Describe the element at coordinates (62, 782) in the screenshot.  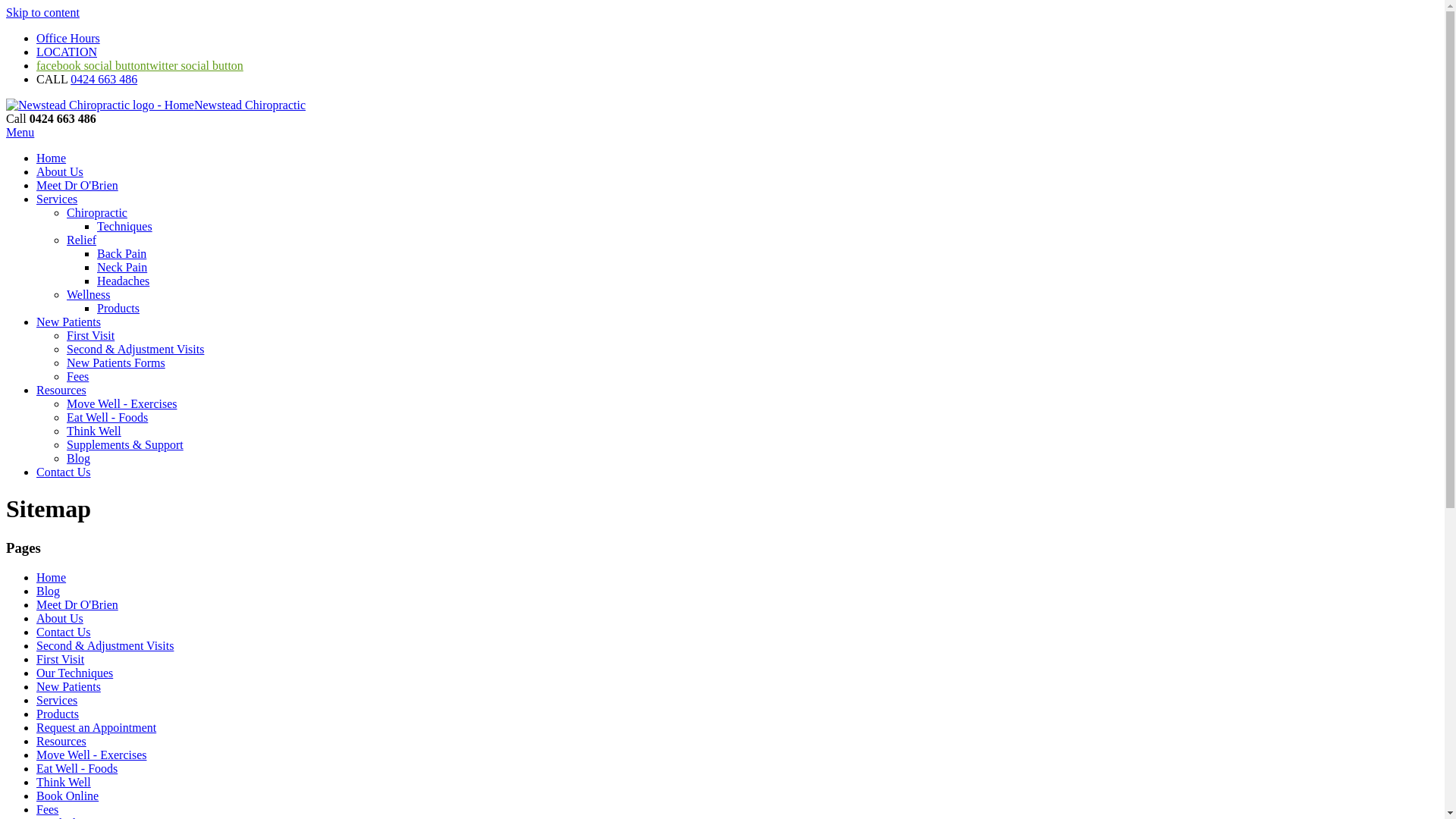
I see `'Think Well'` at that location.